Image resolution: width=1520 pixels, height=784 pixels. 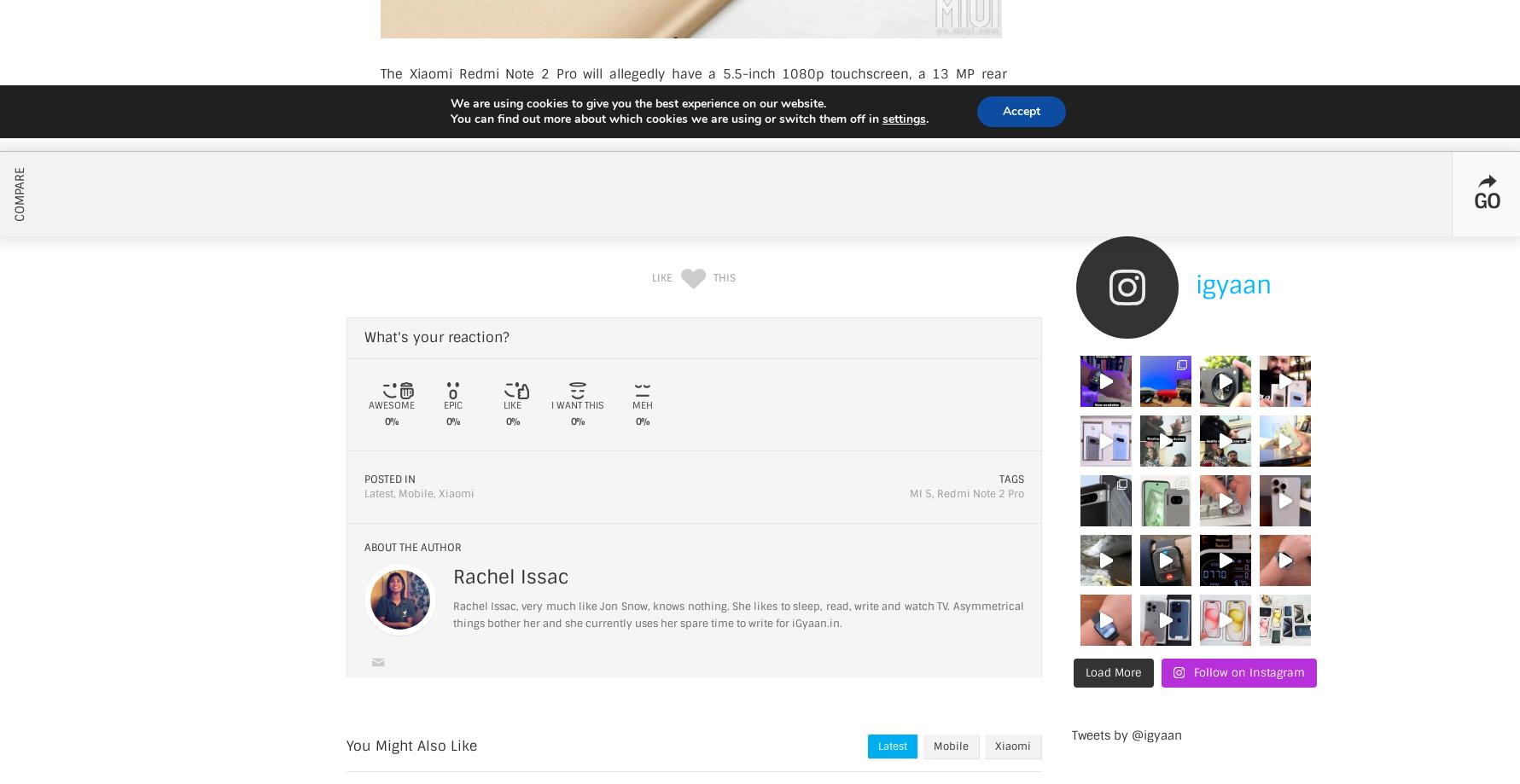 I want to click on 'like', so click(x=661, y=276).